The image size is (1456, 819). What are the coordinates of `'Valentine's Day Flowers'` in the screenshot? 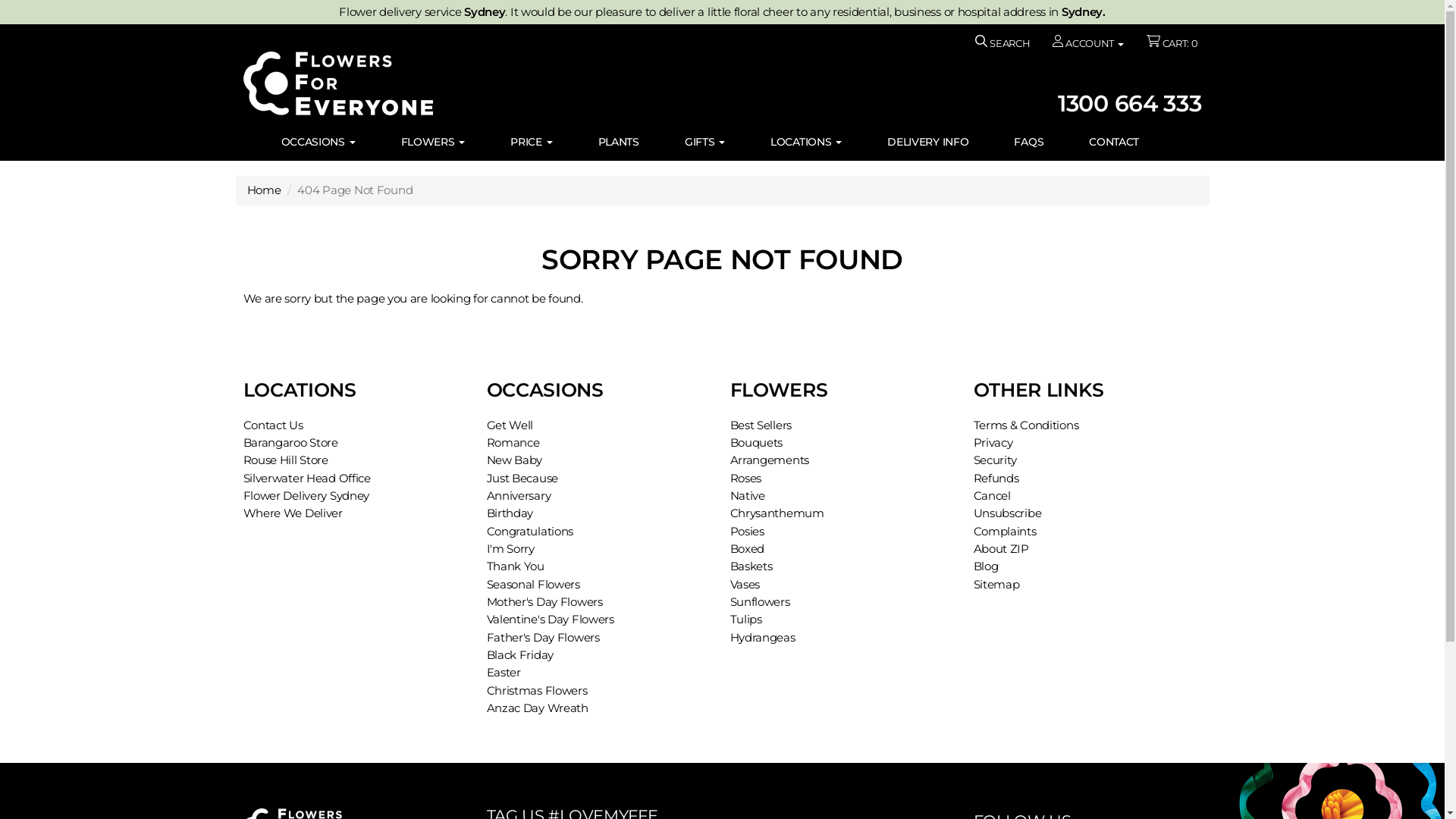 It's located at (549, 620).